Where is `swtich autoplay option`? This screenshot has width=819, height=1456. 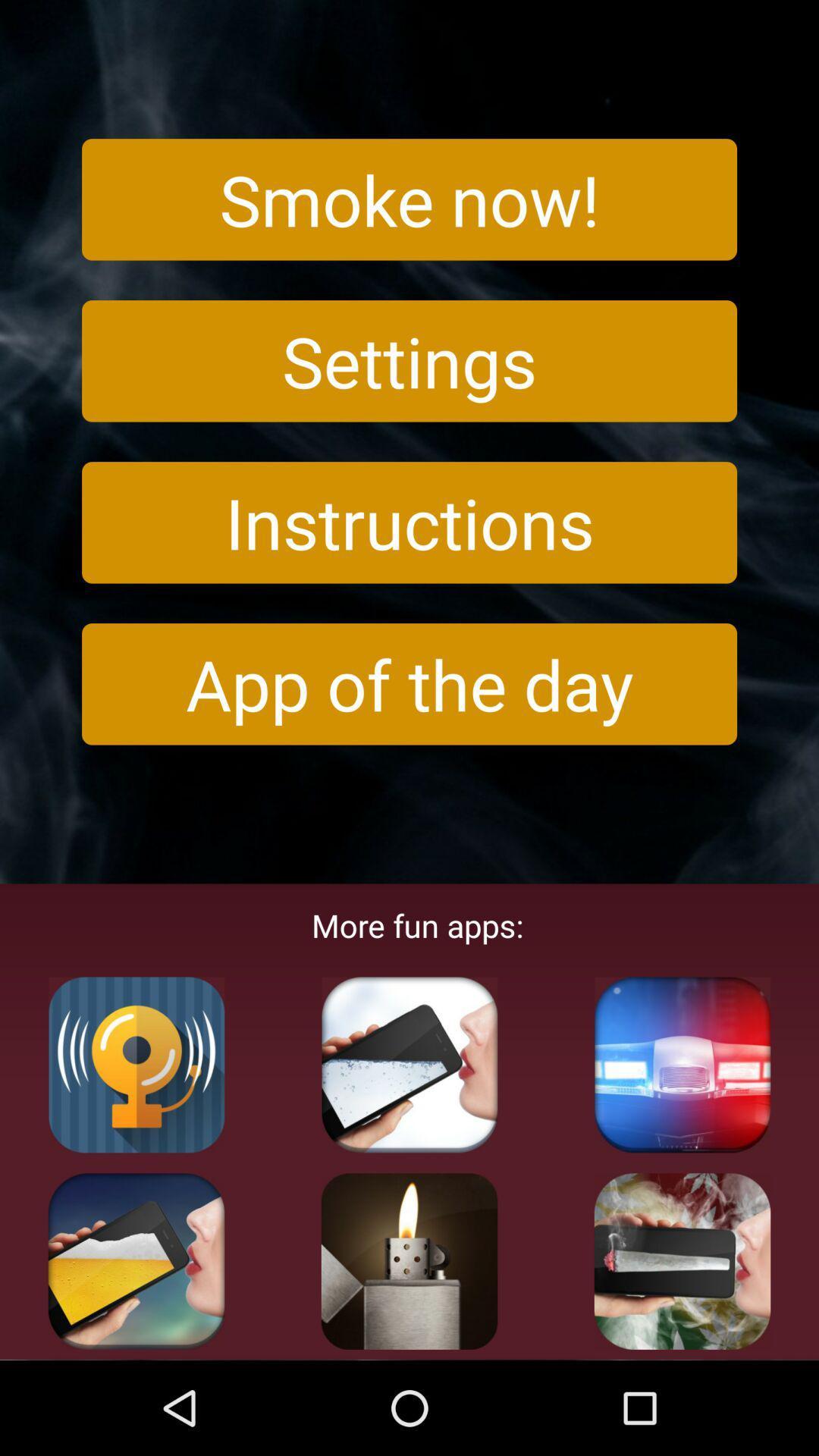 swtich autoplay option is located at coordinates (136, 1064).